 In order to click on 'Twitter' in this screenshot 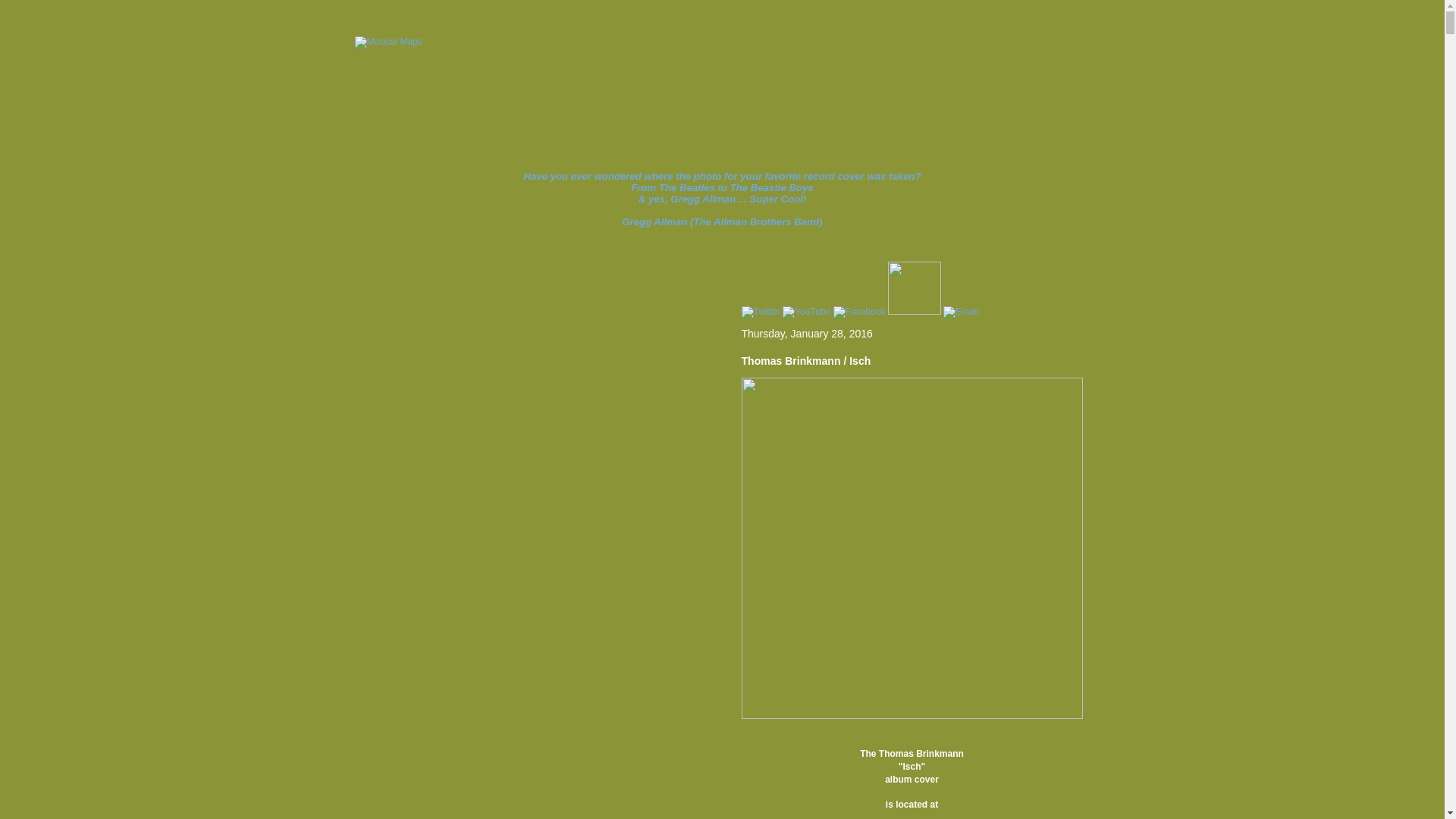, I will do `click(761, 311)`.